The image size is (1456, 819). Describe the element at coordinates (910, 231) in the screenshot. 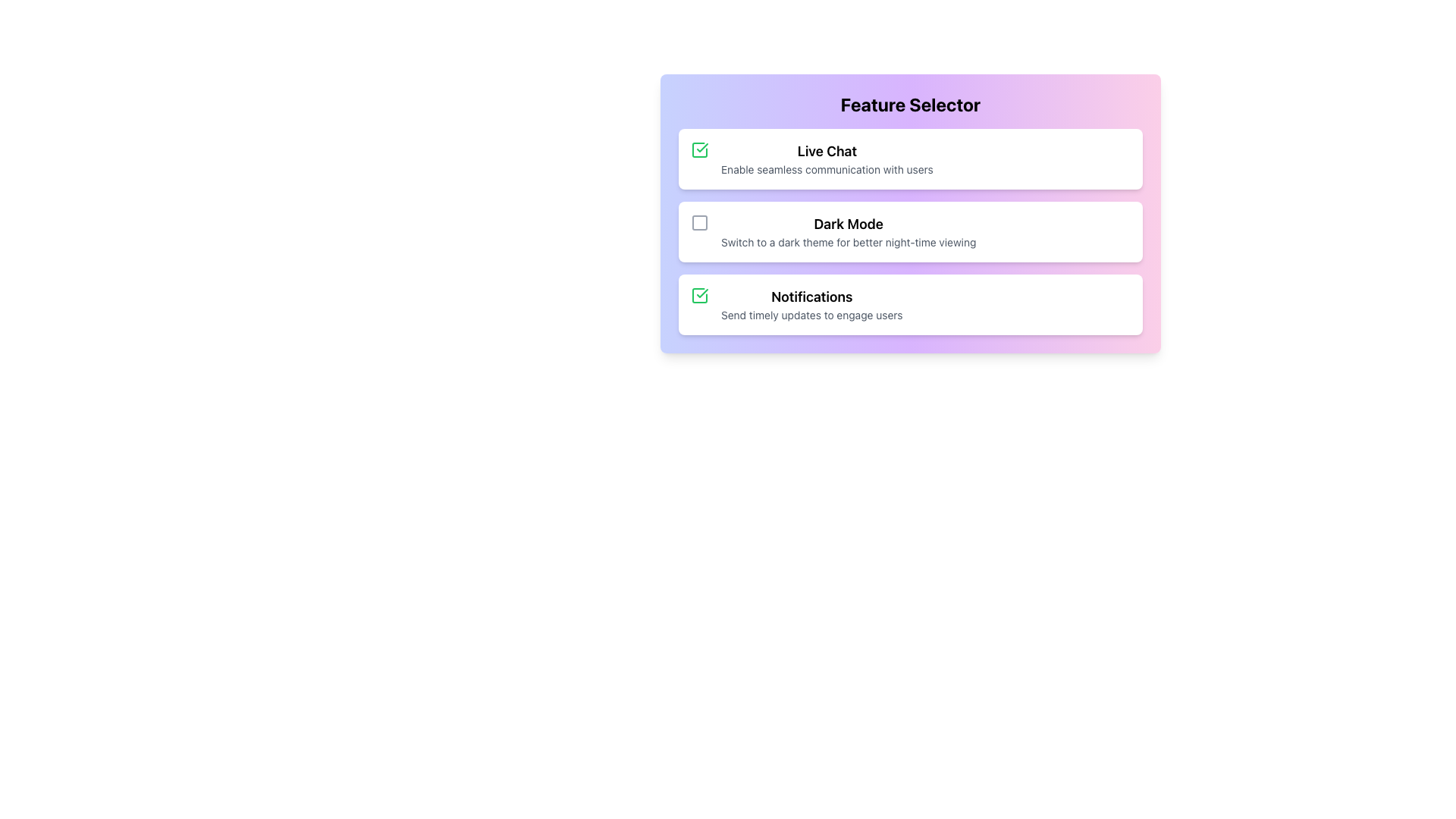

I see `the 'Dark Mode' card element in the 'Feature Selector' panel` at that location.